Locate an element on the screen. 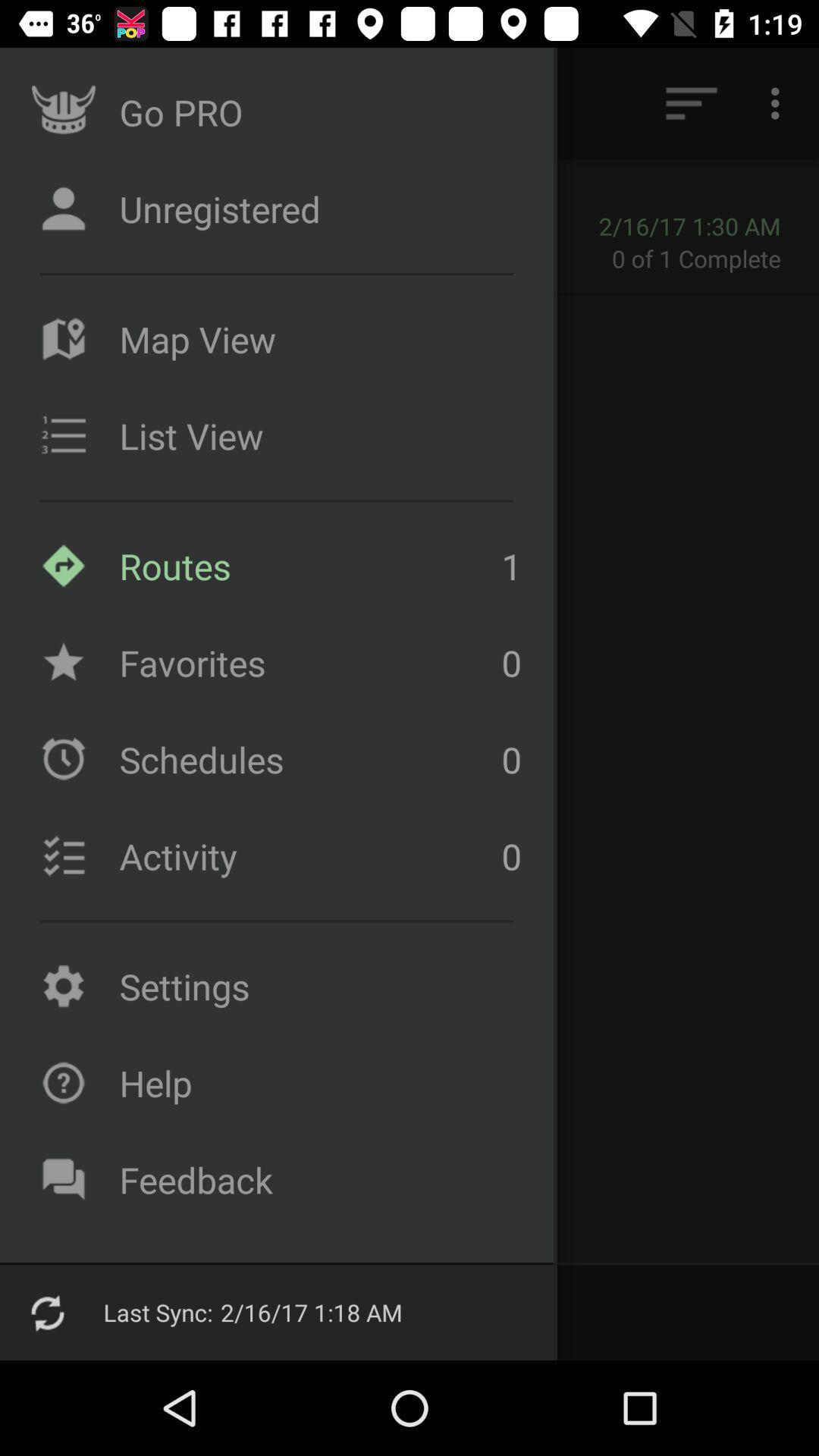 Image resolution: width=819 pixels, height=1456 pixels. map view item is located at coordinates (315, 338).